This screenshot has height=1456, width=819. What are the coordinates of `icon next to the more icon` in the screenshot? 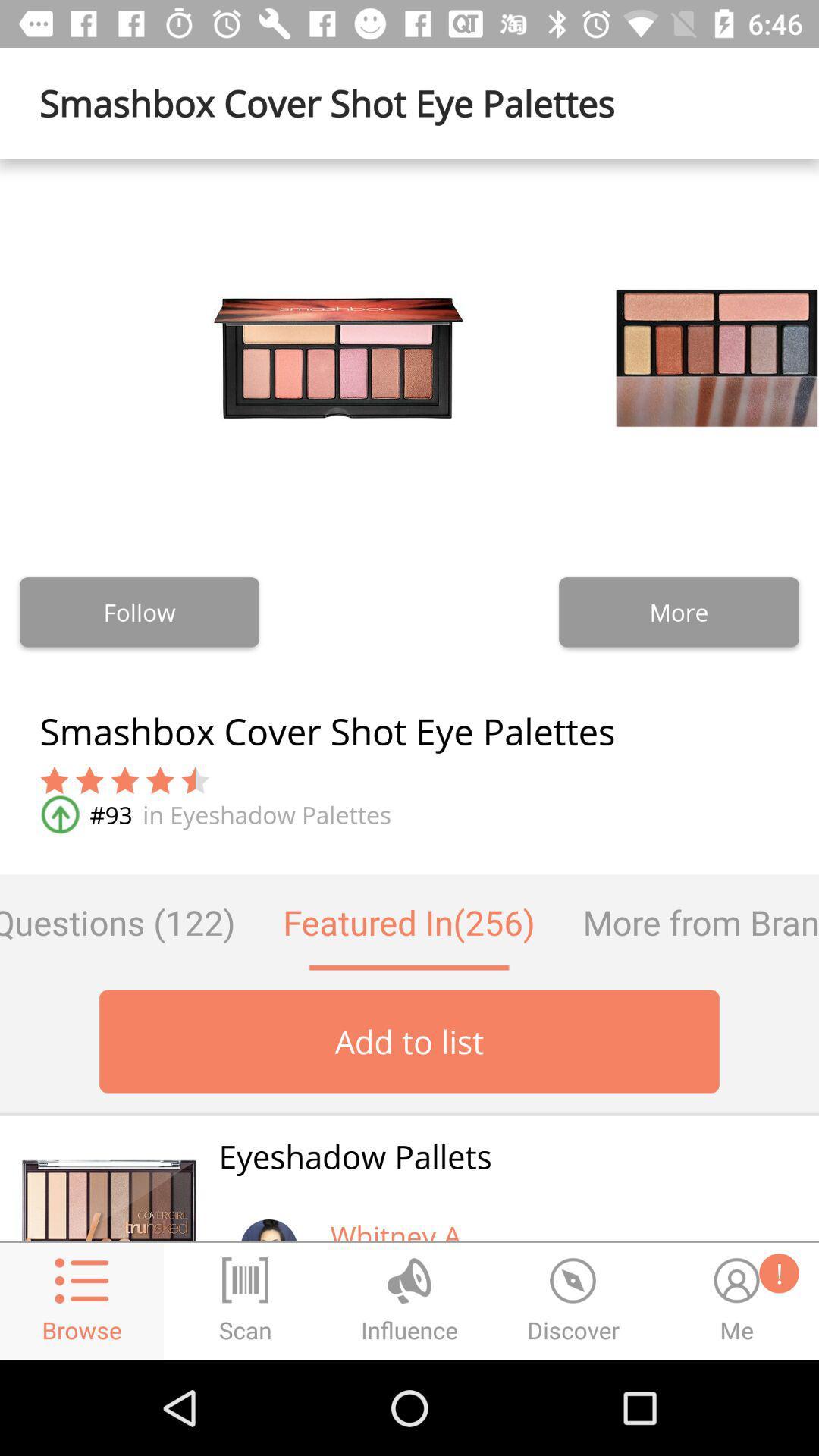 It's located at (140, 612).